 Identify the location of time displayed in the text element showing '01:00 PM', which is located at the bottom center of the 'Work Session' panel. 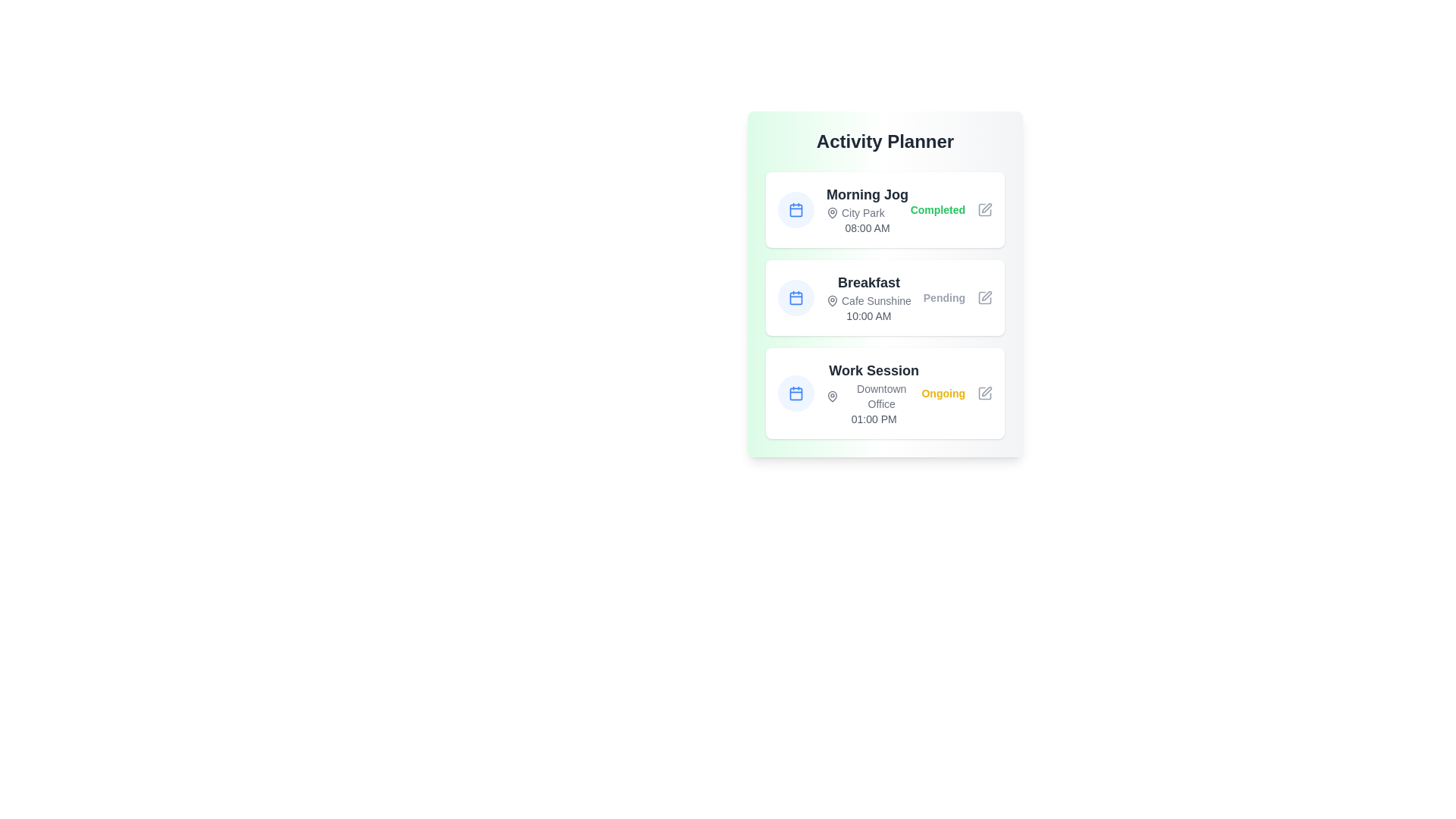
(874, 419).